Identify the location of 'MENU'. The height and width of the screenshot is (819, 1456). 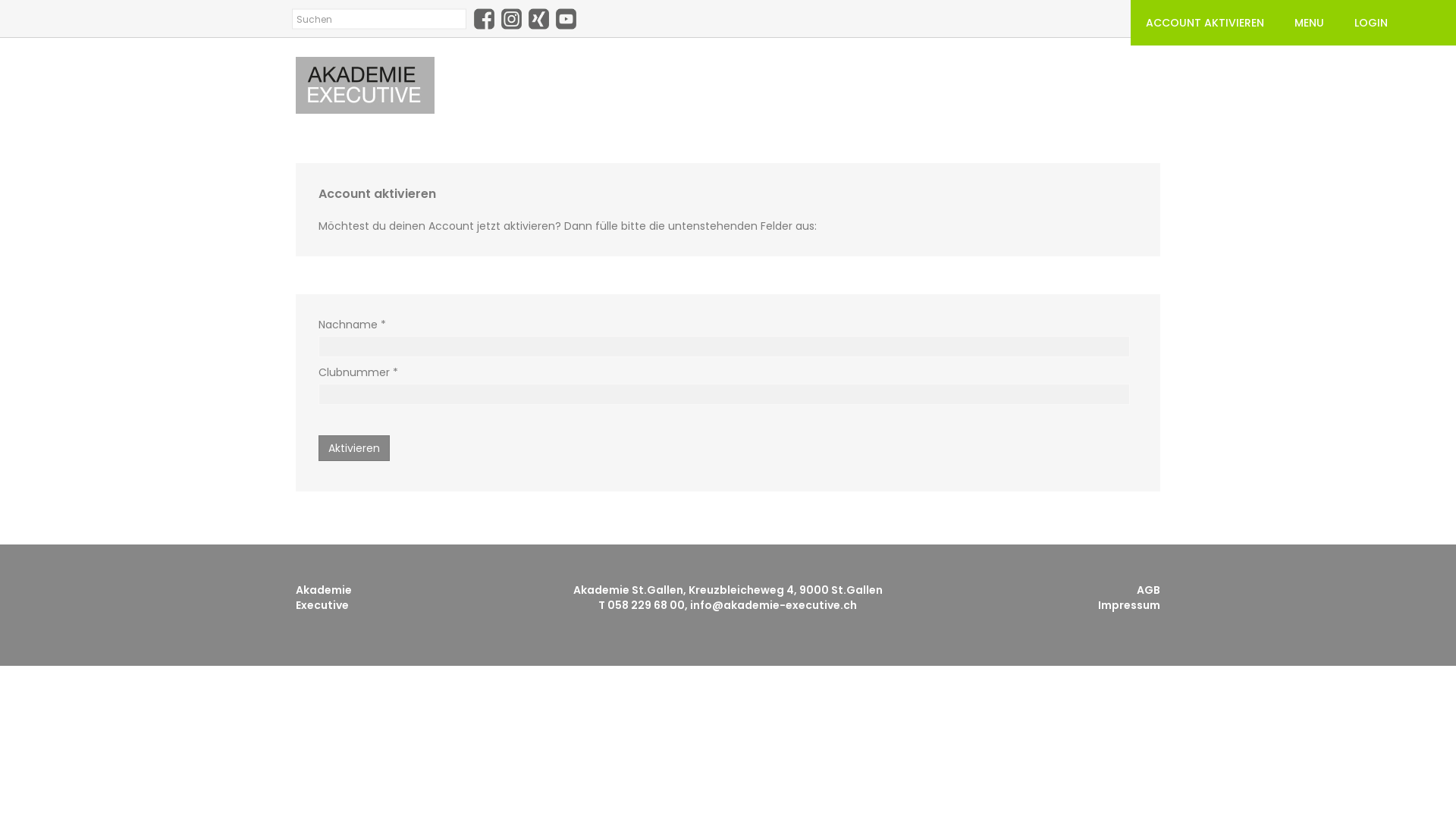
(1278, 23).